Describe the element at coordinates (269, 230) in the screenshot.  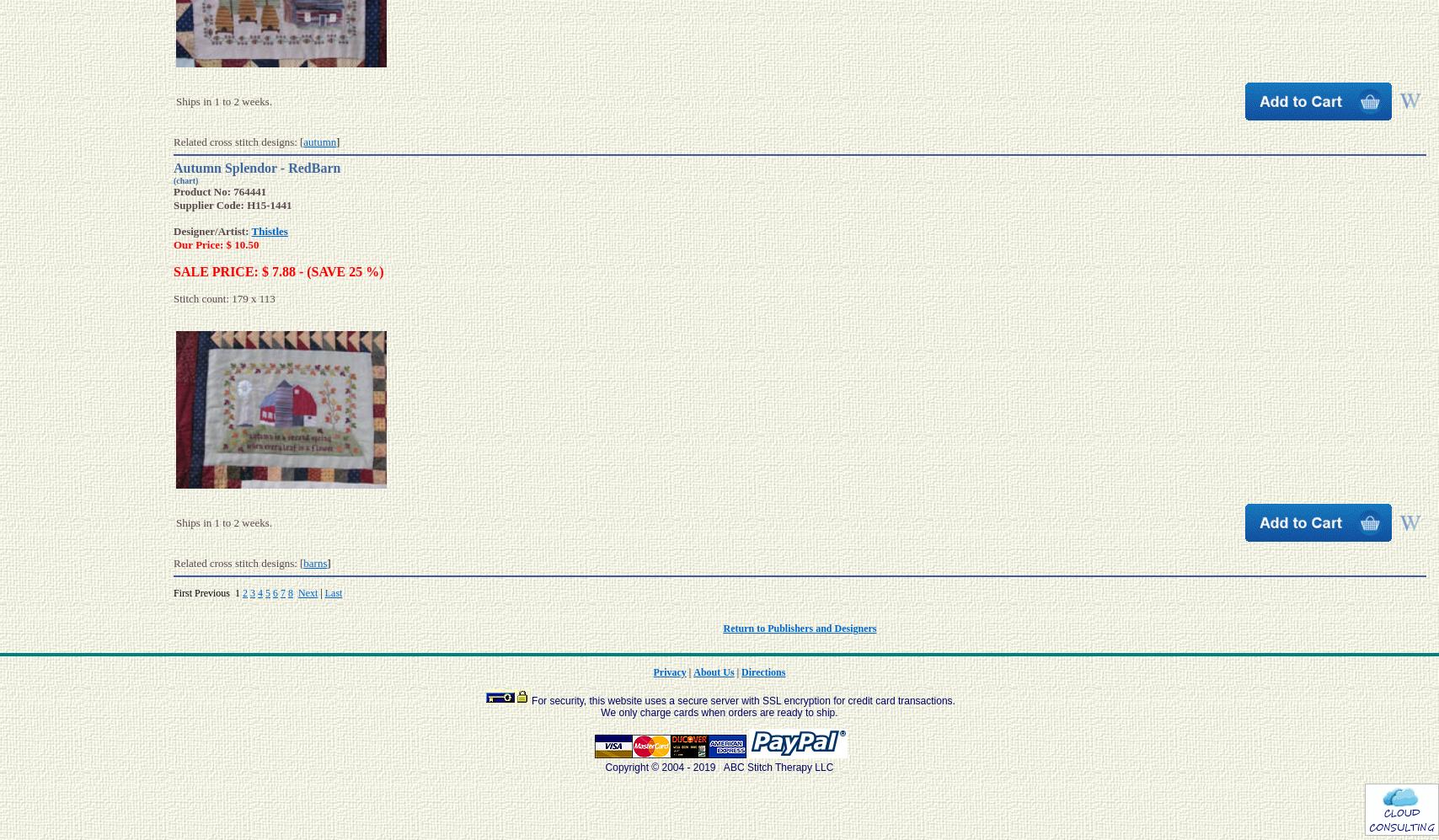
I see `'Thistles'` at that location.